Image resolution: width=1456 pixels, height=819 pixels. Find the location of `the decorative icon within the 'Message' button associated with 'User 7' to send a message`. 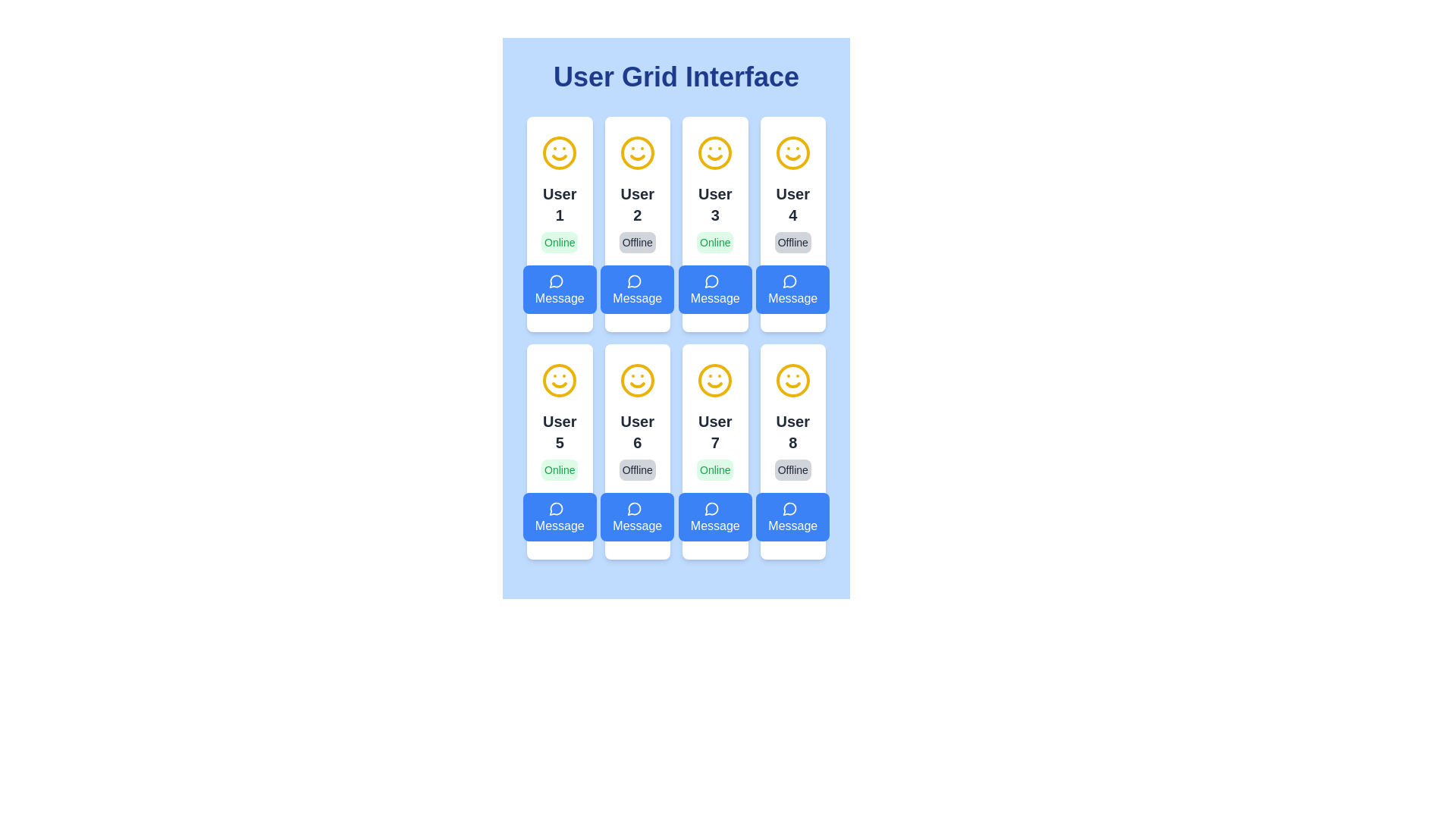

the decorative icon within the 'Message' button associated with 'User 7' to send a message is located at coordinates (711, 508).